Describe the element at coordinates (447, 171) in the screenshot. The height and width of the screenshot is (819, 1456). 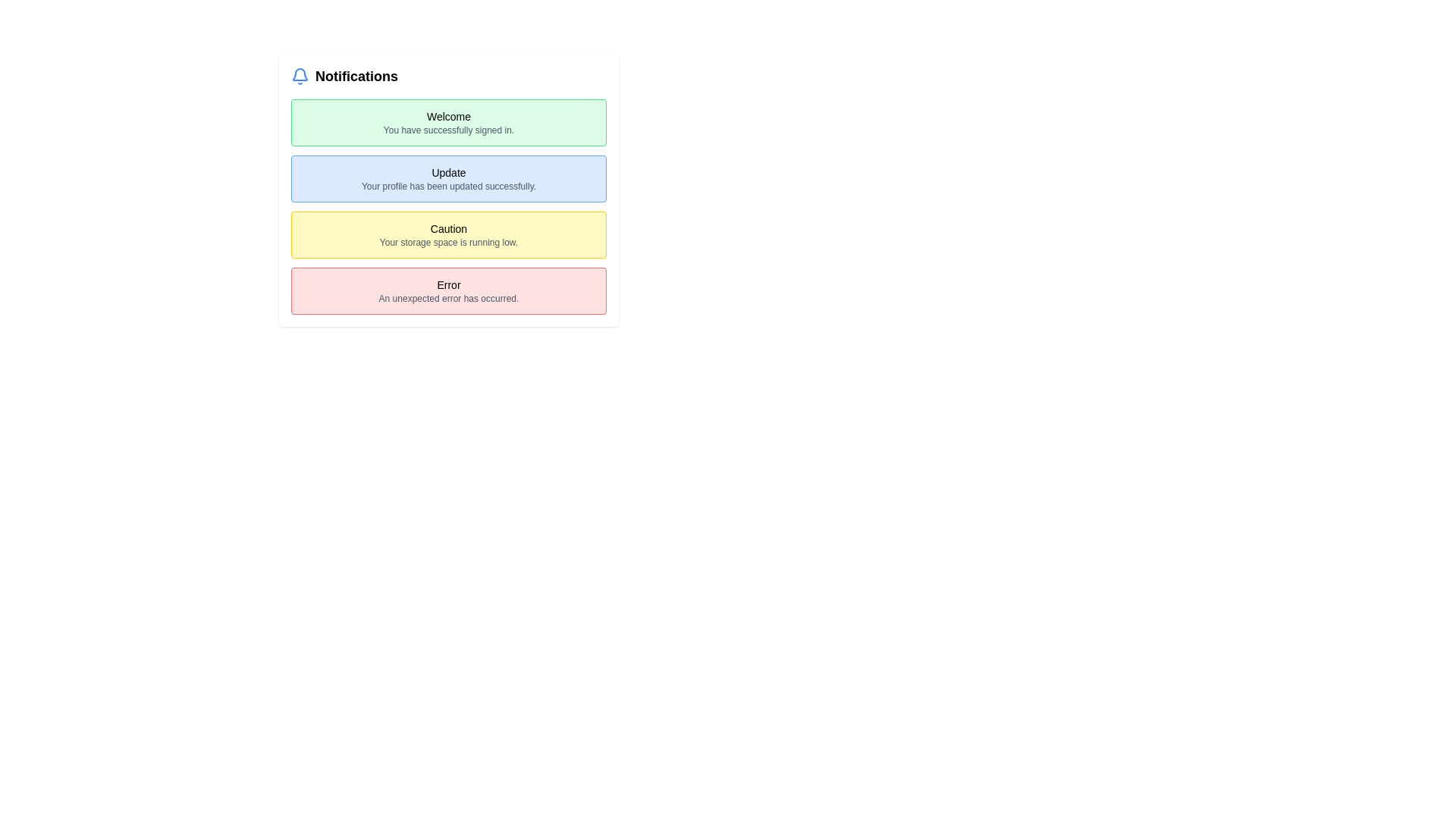
I see `the 'Update' text label that is styled with medium-sized, capitalized font and has a light blue background, positioned at the top of the notifications list` at that location.